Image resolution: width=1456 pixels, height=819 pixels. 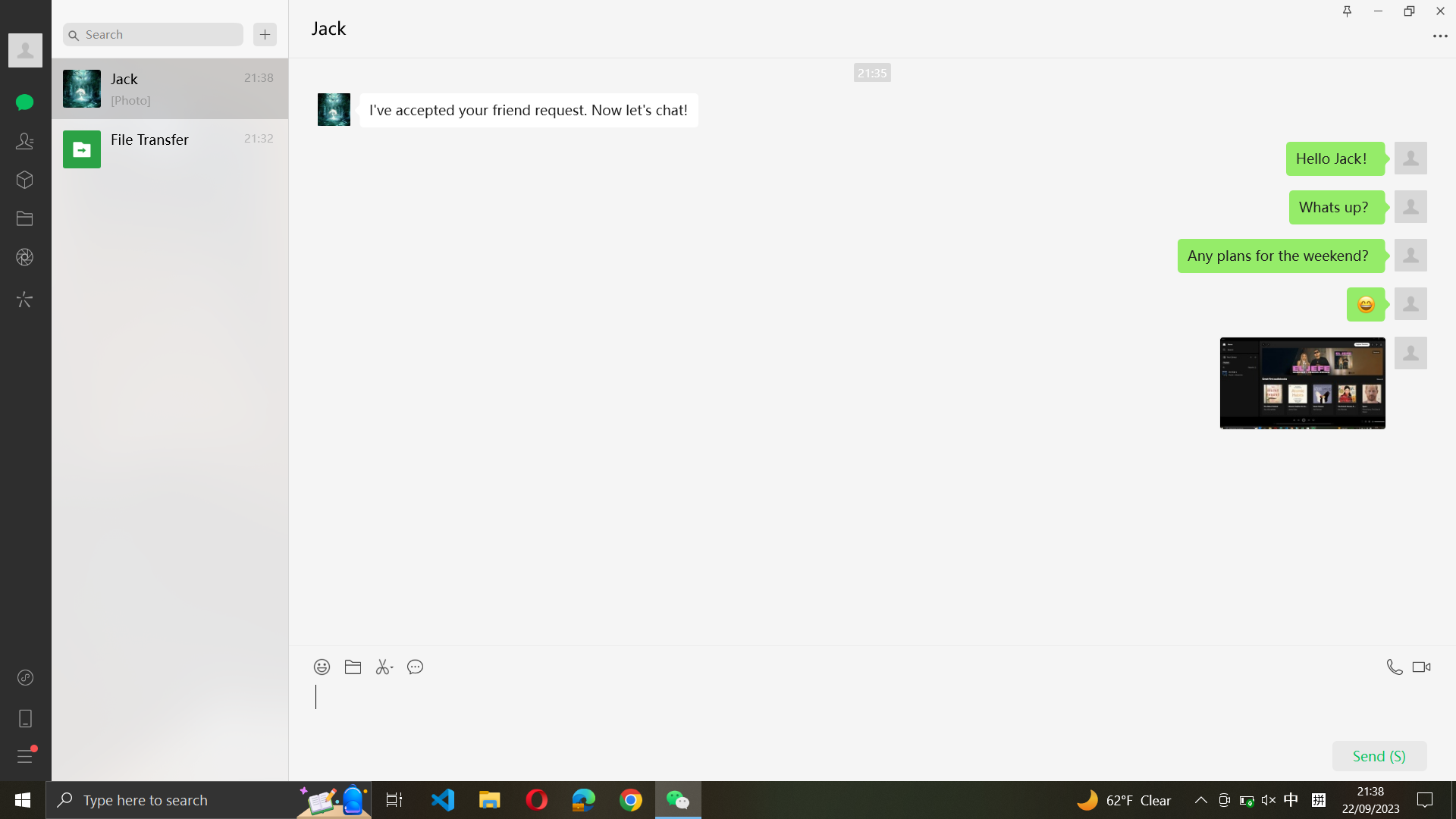 I want to click on the third conversation listed under the chat section, so click(x=25, y=102).